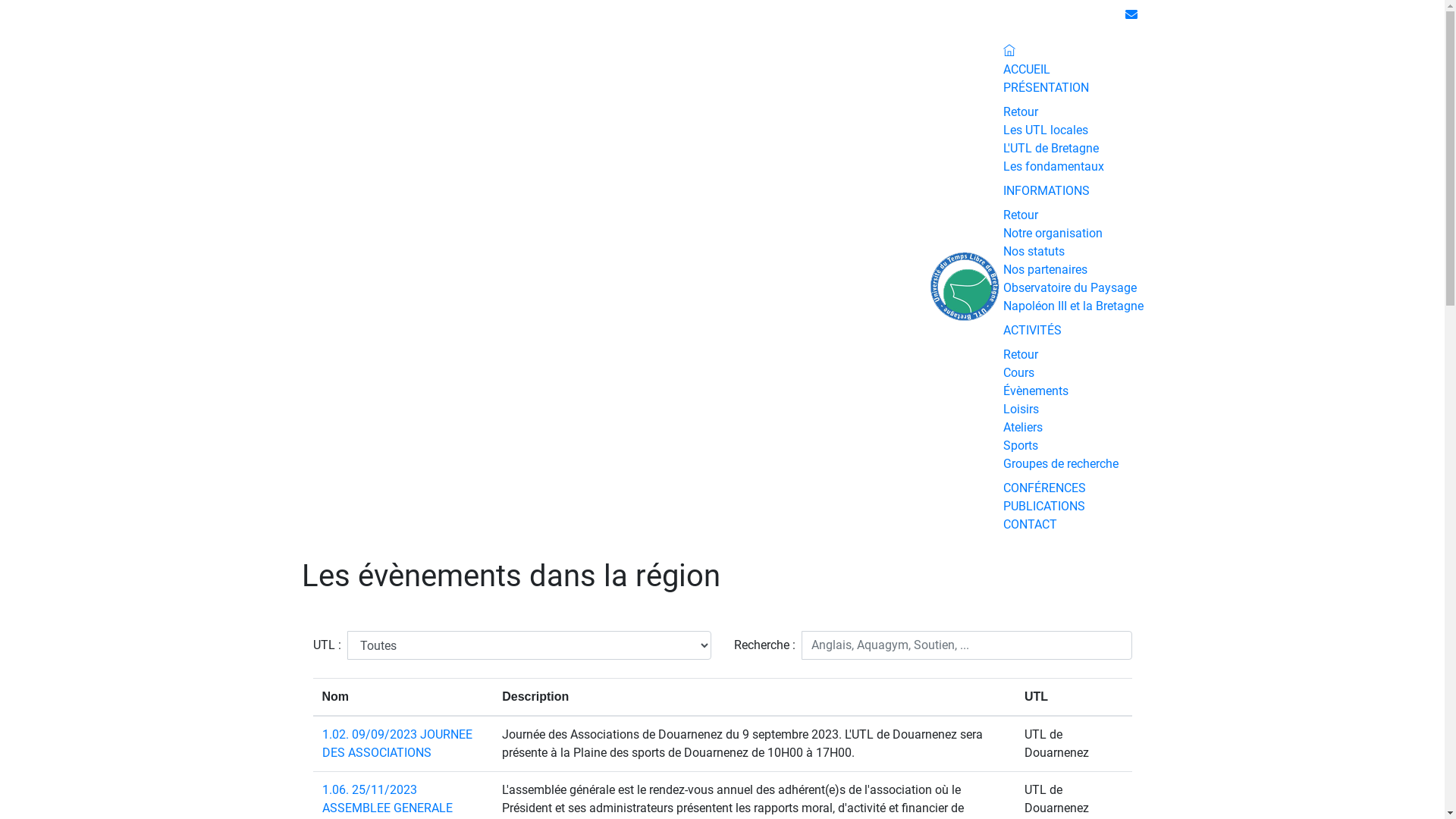 The height and width of the screenshot is (819, 1456). I want to click on 'Observatoire du Paysage', so click(1002, 287).